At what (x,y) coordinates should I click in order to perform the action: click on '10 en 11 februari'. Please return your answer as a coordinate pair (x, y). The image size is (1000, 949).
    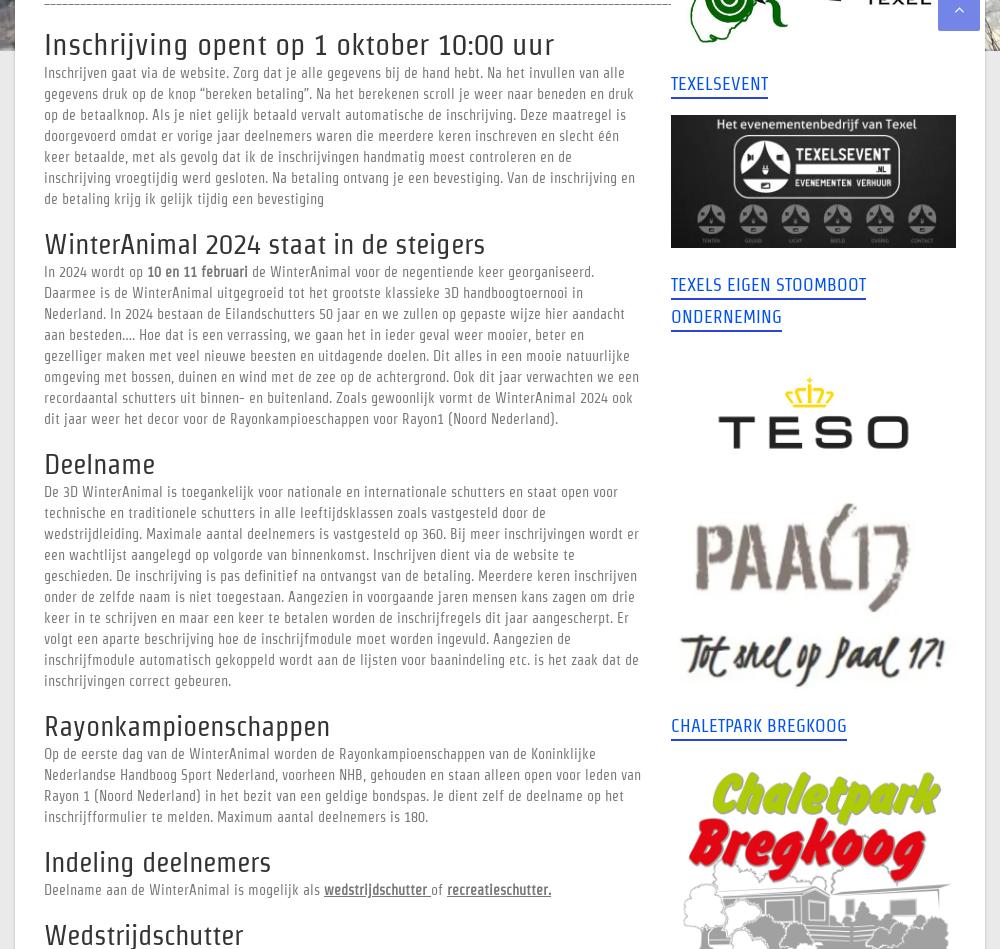
    Looking at the image, I should click on (196, 270).